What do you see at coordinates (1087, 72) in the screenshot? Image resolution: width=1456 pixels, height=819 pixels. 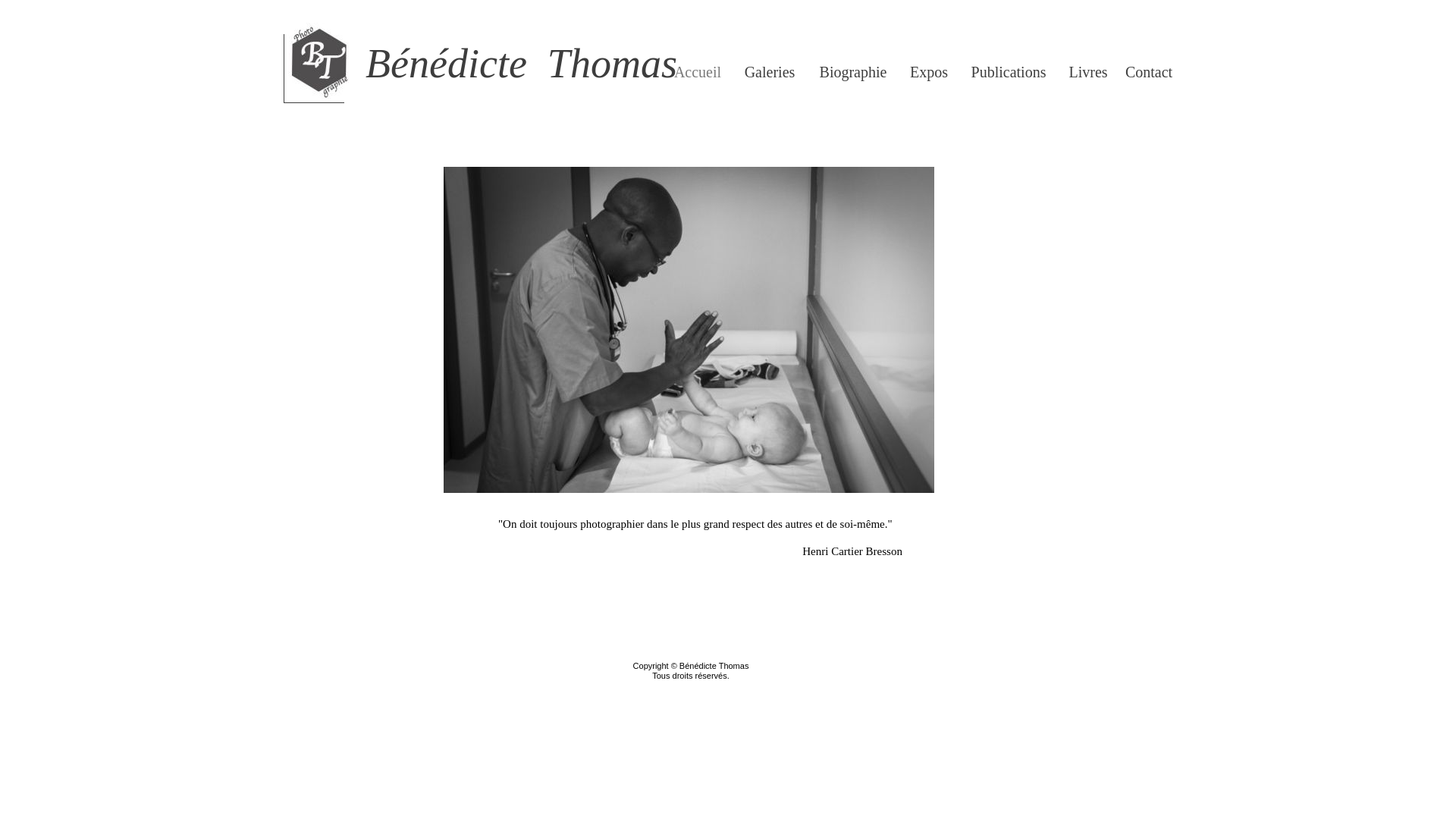 I see `'Livres'` at bounding box center [1087, 72].